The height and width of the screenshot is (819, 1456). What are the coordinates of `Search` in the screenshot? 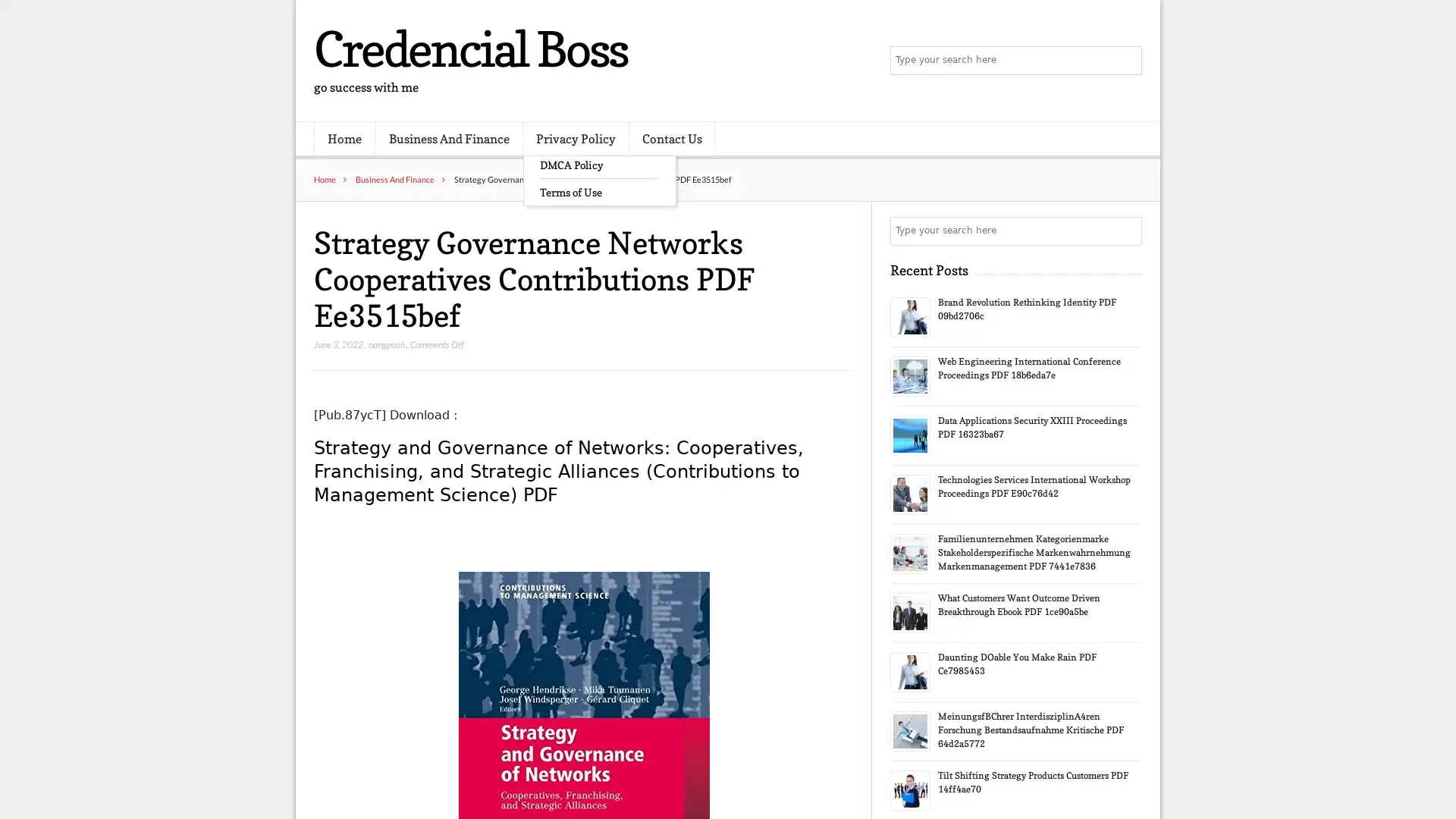 It's located at (1126, 61).